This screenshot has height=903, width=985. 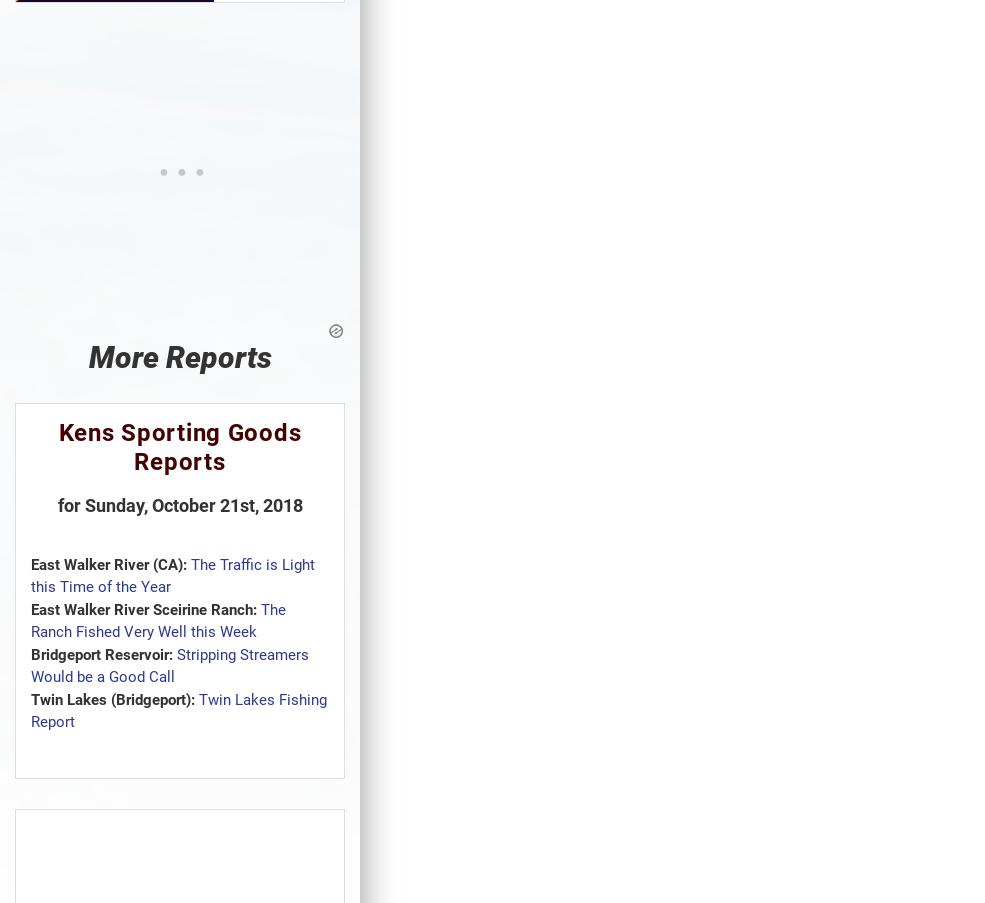 I want to click on 'for Sunday, October 21st, 2018', so click(x=179, y=504).